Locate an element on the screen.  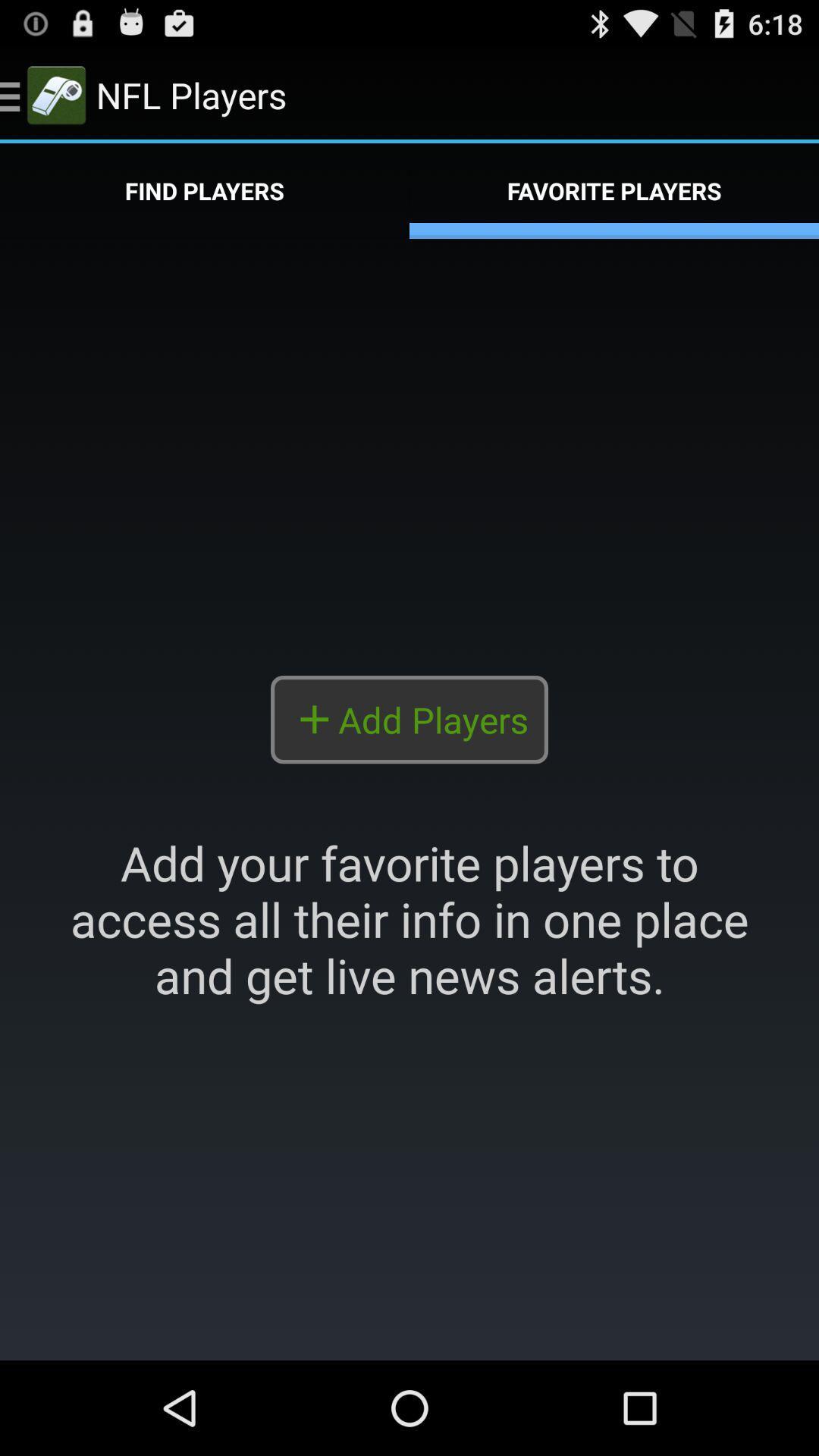
the icon to the left of the favorite players icon is located at coordinates (205, 190).